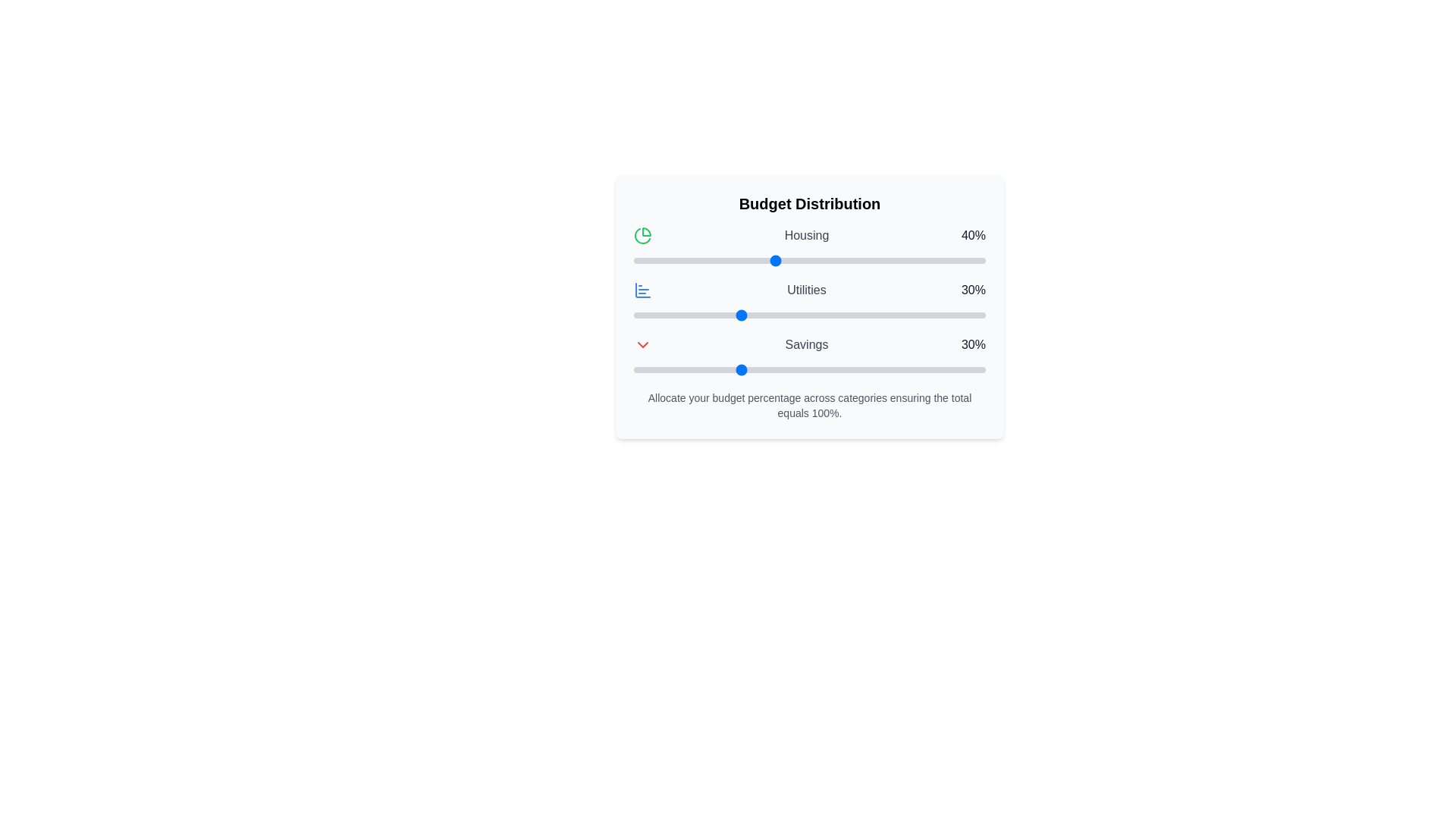 The width and height of the screenshot is (1456, 819). What do you see at coordinates (833, 259) in the screenshot?
I see `housing budget` at bounding box center [833, 259].